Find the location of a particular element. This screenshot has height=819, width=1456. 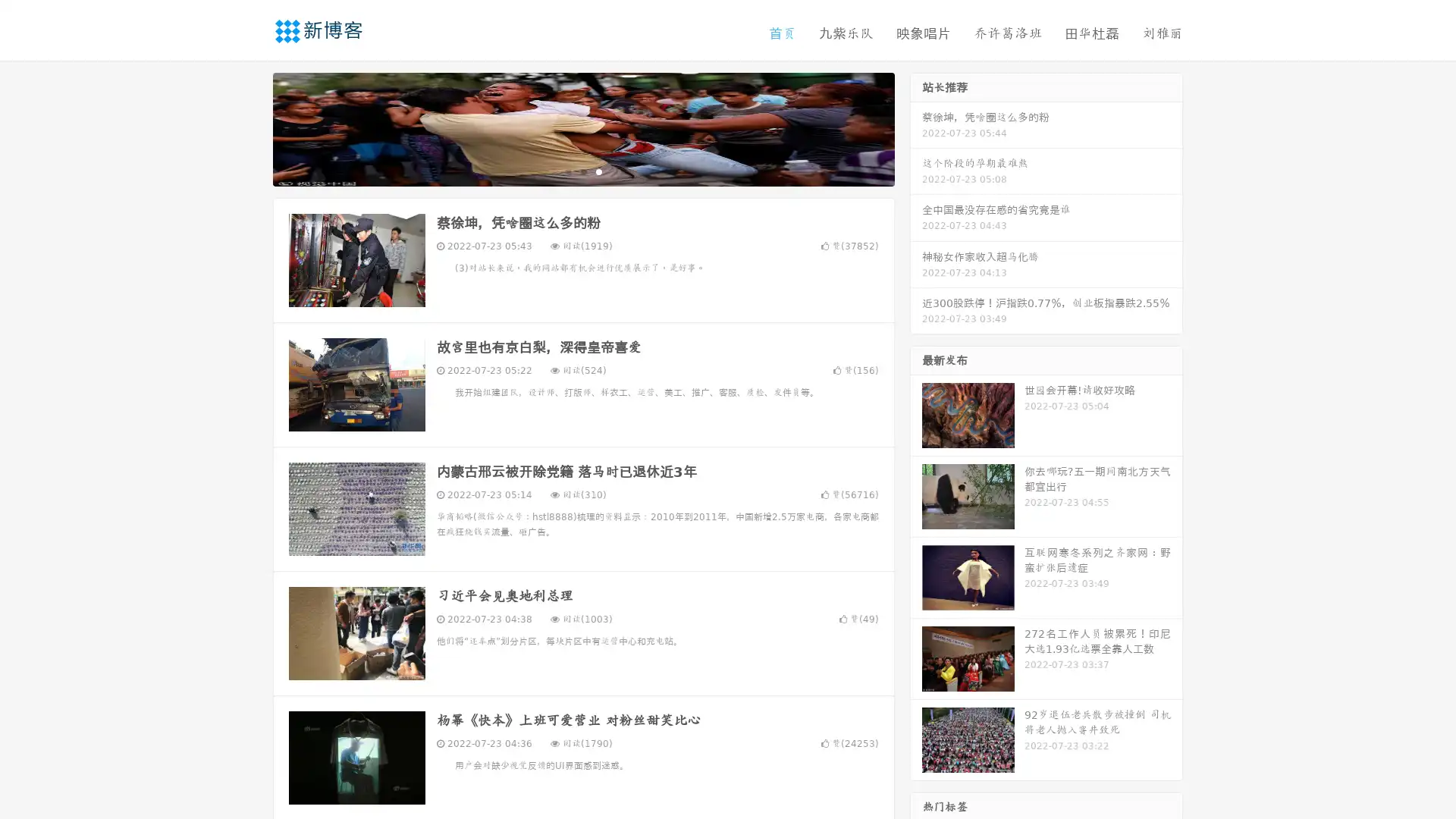

Go to slide 1 is located at coordinates (567, 171).